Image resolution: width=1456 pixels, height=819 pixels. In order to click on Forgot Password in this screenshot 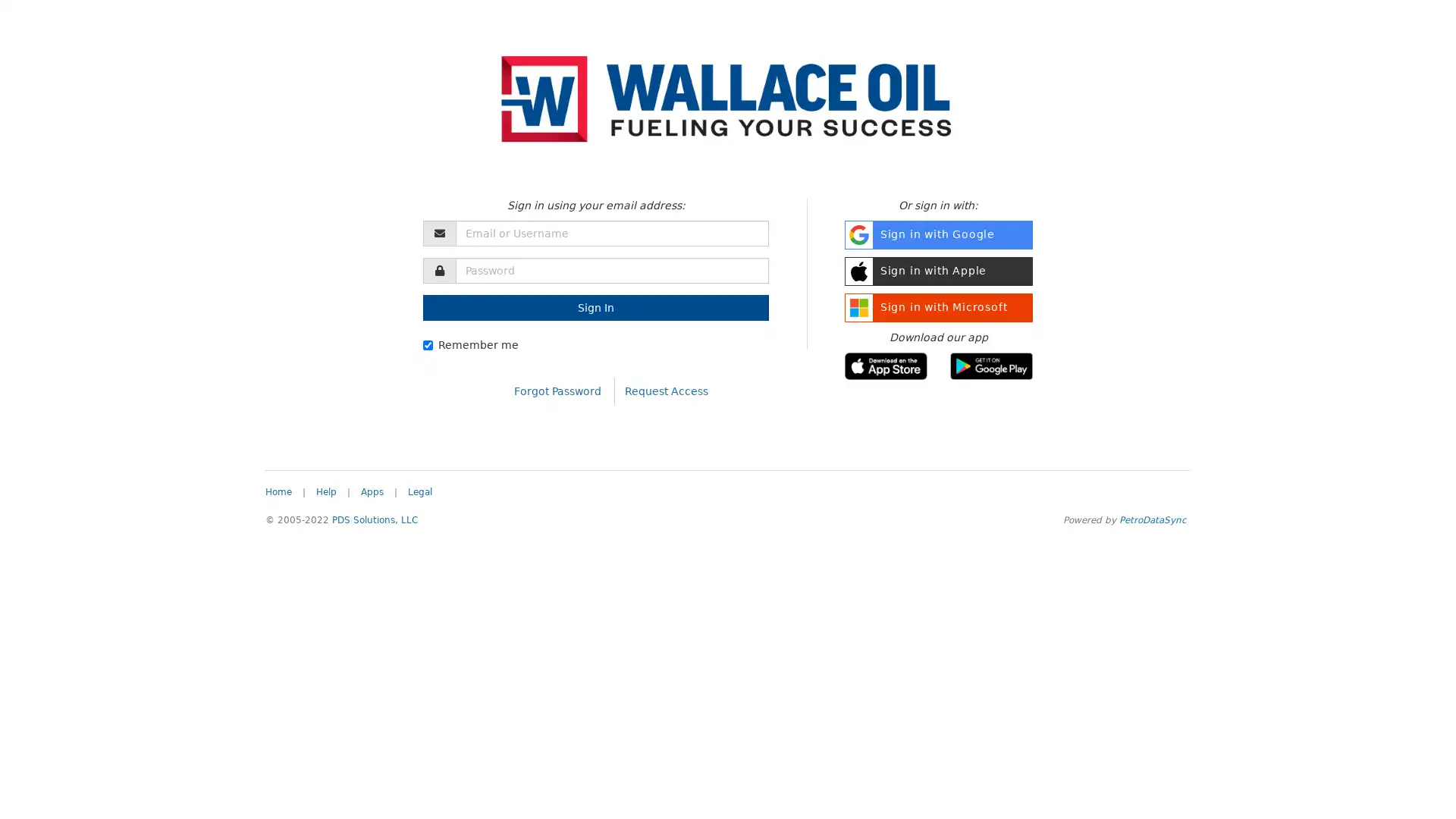, I will do `click(556, 390)`.